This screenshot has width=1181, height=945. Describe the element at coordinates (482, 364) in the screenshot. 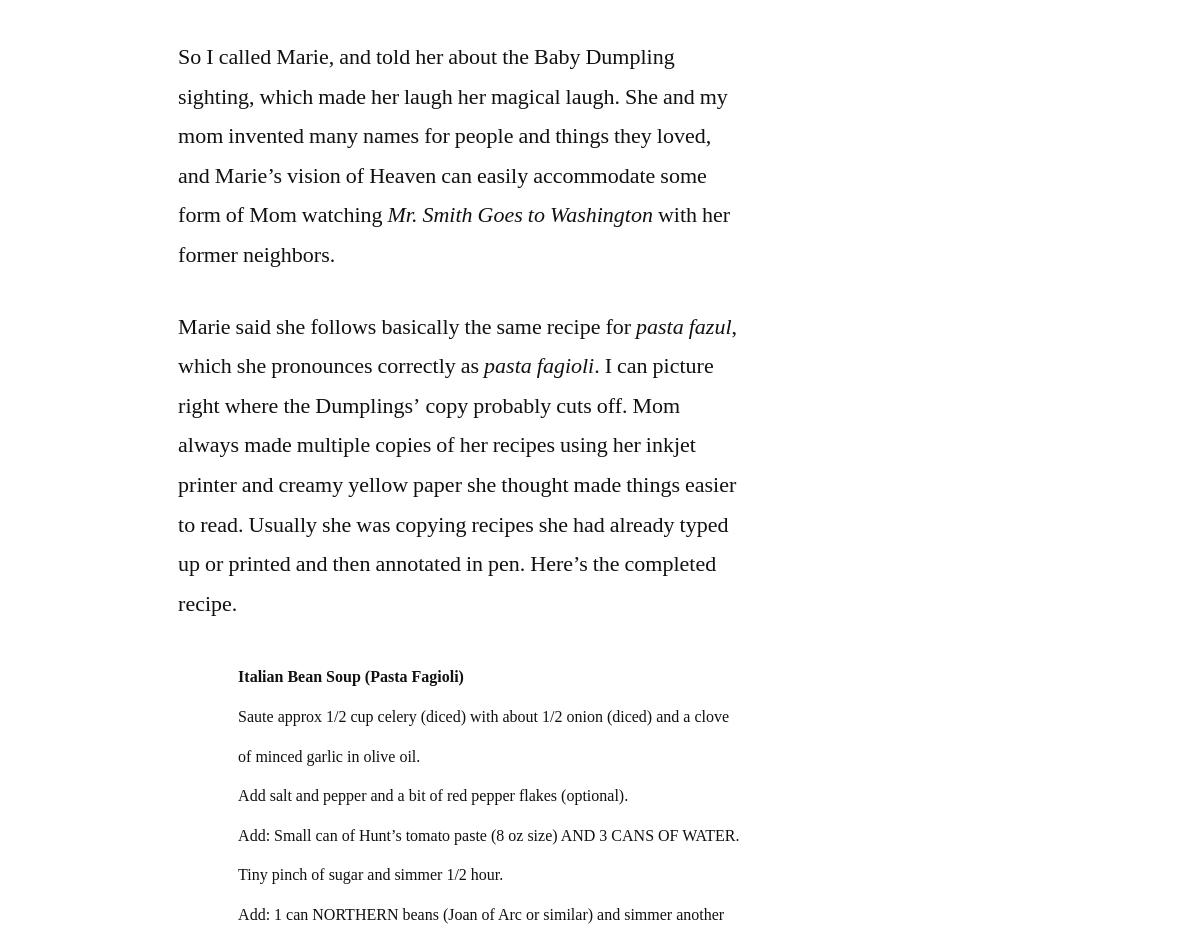

I see `'pasta fagioli'` at that location.